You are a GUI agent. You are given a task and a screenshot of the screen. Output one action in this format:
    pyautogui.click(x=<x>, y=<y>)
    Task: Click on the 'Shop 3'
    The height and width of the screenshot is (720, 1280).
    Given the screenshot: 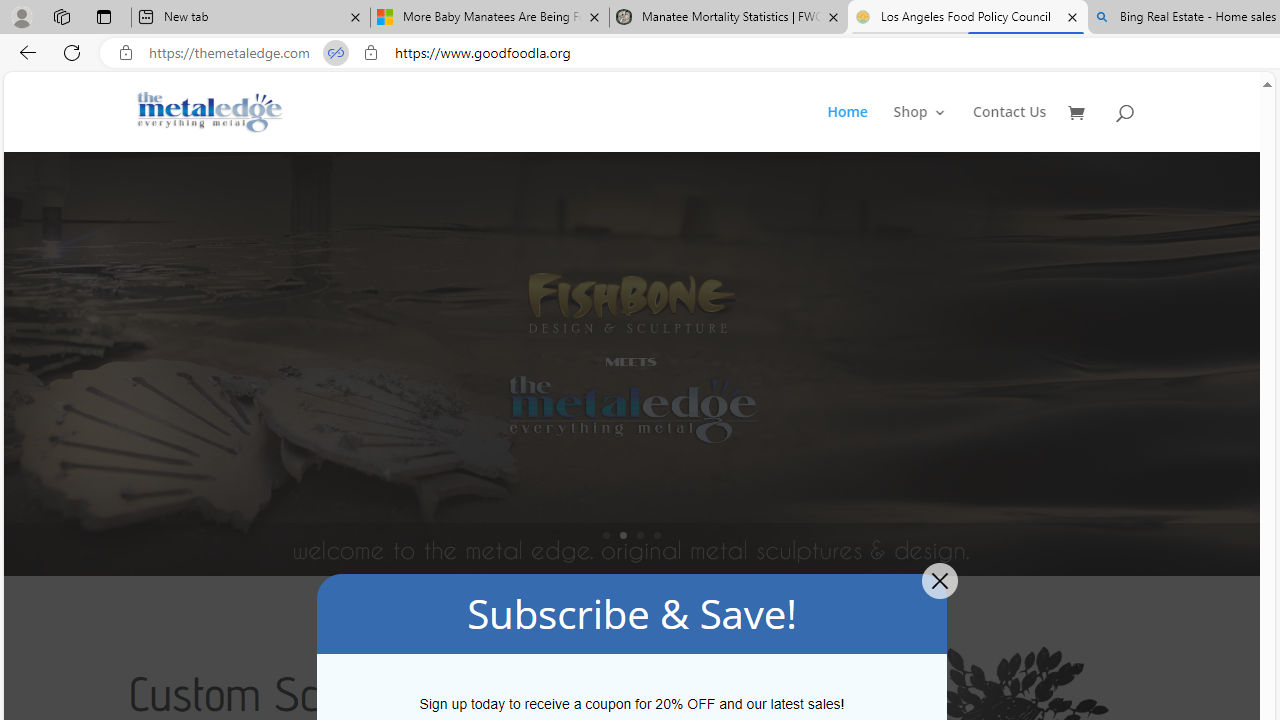 What is the action you would take?
    pyautogui.click(x=919, y=128)
    